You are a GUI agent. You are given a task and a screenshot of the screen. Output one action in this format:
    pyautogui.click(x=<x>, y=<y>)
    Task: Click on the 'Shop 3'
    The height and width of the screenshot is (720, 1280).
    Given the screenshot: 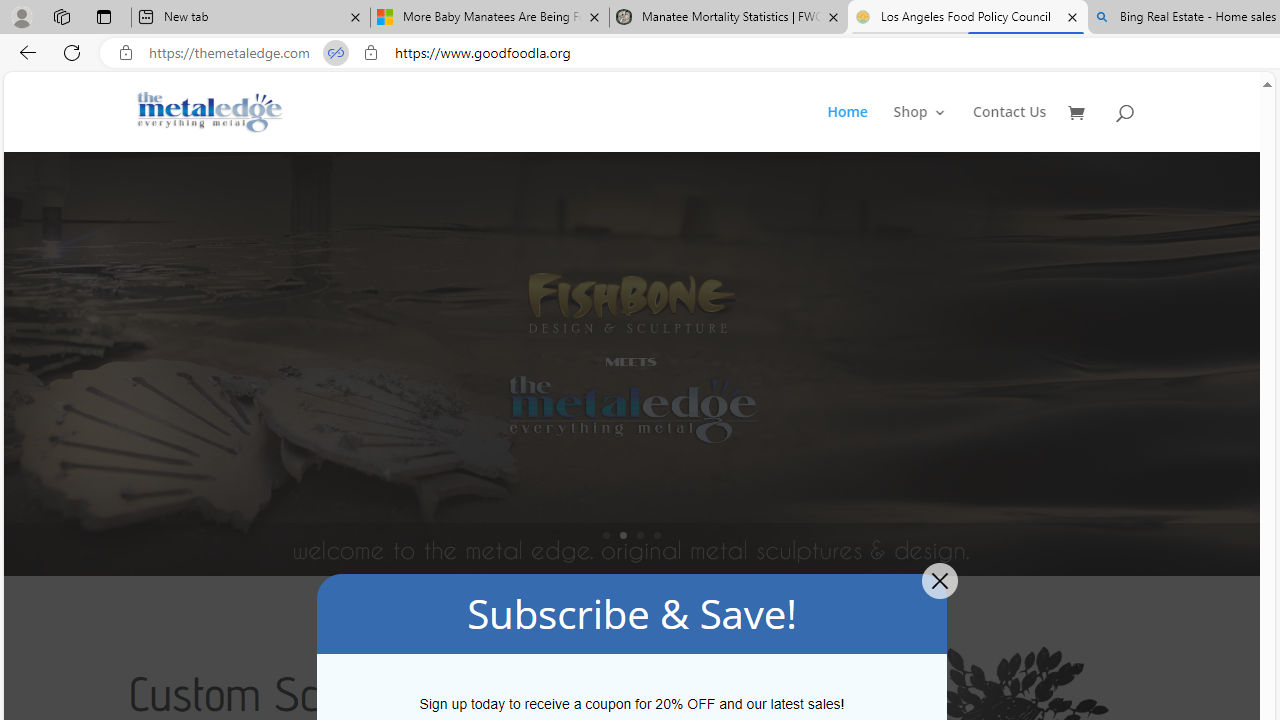 What is the action you would take?
    pyautogui.click(x=919, y=128)
    